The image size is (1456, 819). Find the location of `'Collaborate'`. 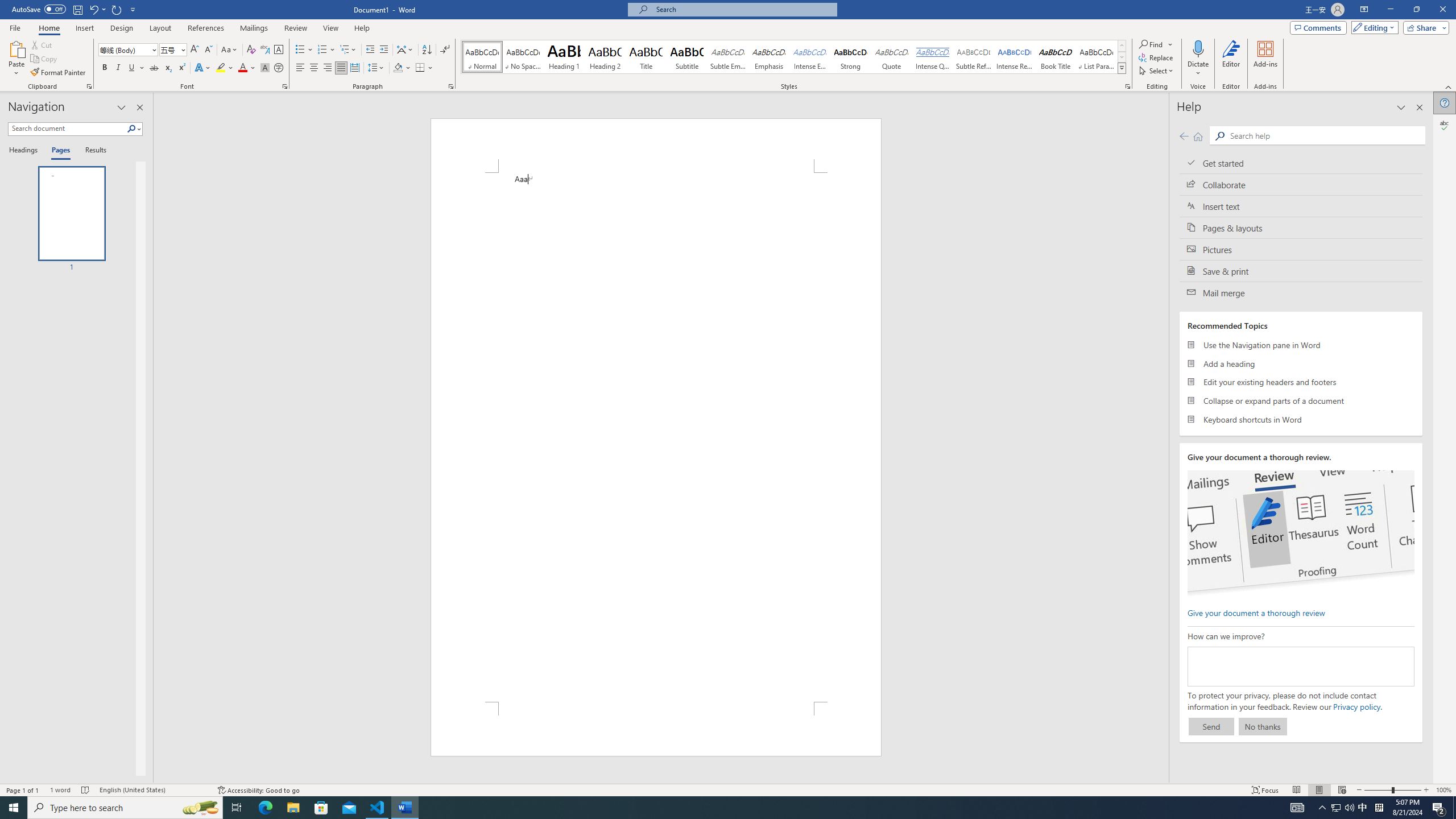

'Collaborate' is located at coordinates (1300, 184).